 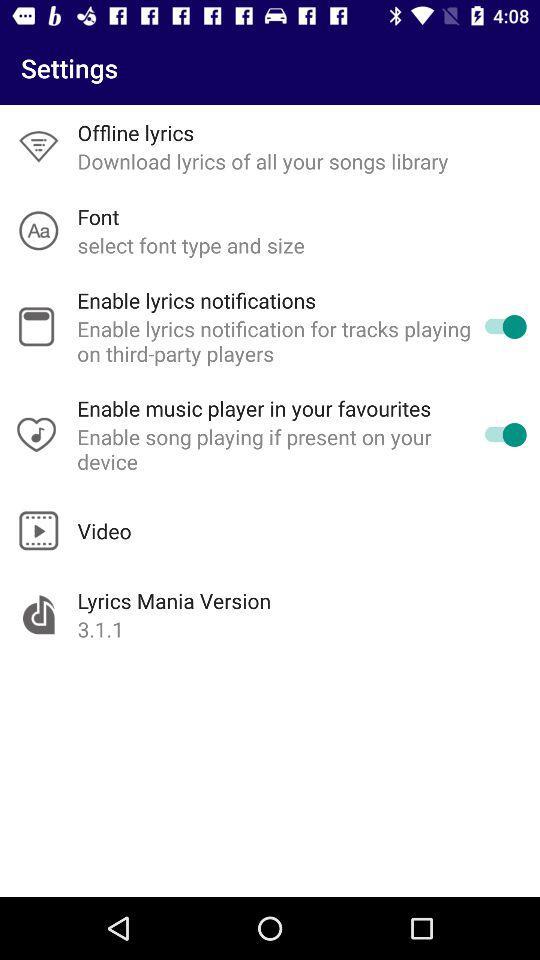 What do you see at coordinates (135, 131) in the screenshot?
I see `the app above download lyrics of` at bounding box center [135, 131].